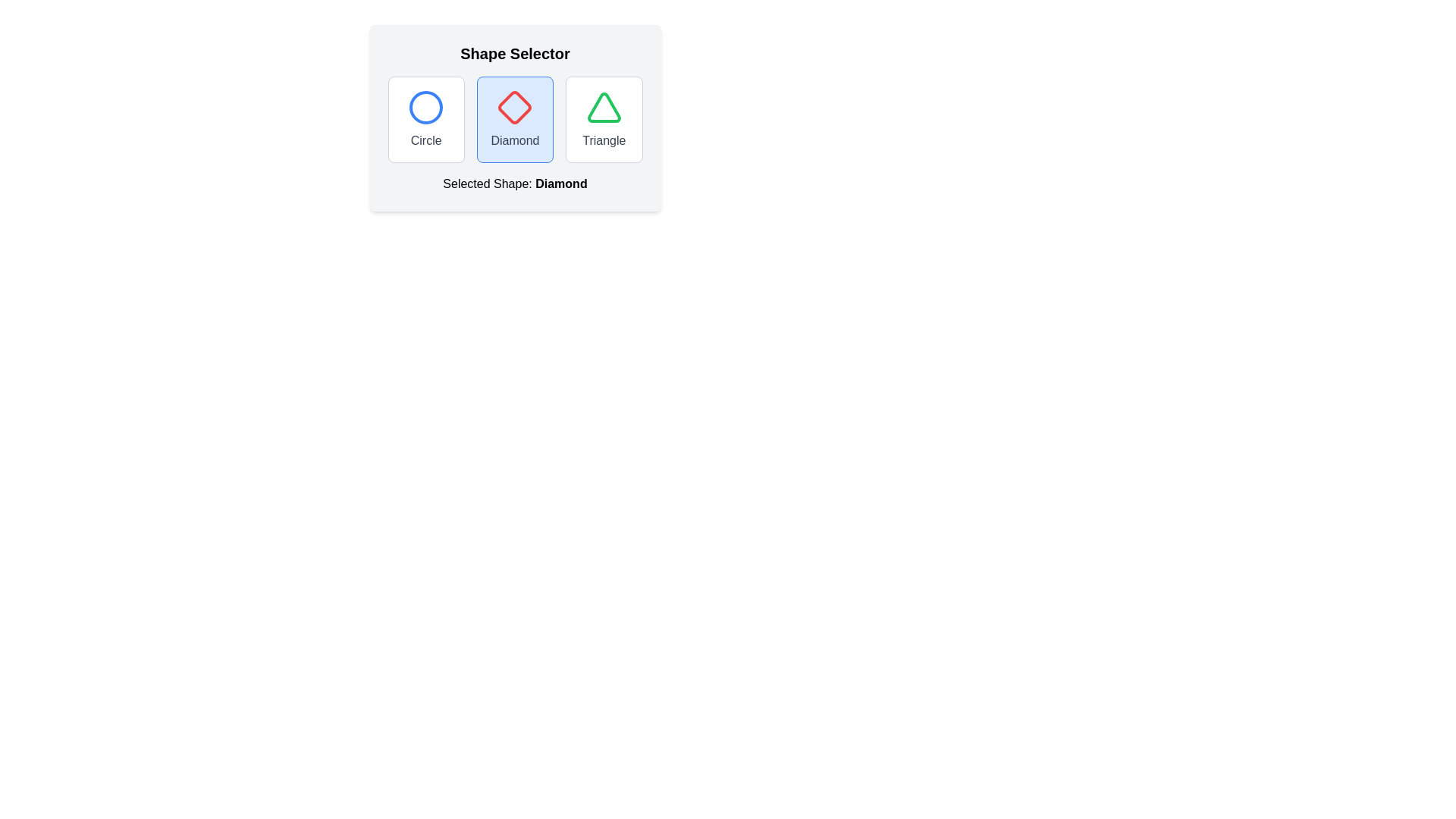  What do you see at coordinates (515, 52) in the screenshot?
I see `the Text Header at the top of the card interface that indicates the purpose of the shape selection` at bounding box center [515, 52].